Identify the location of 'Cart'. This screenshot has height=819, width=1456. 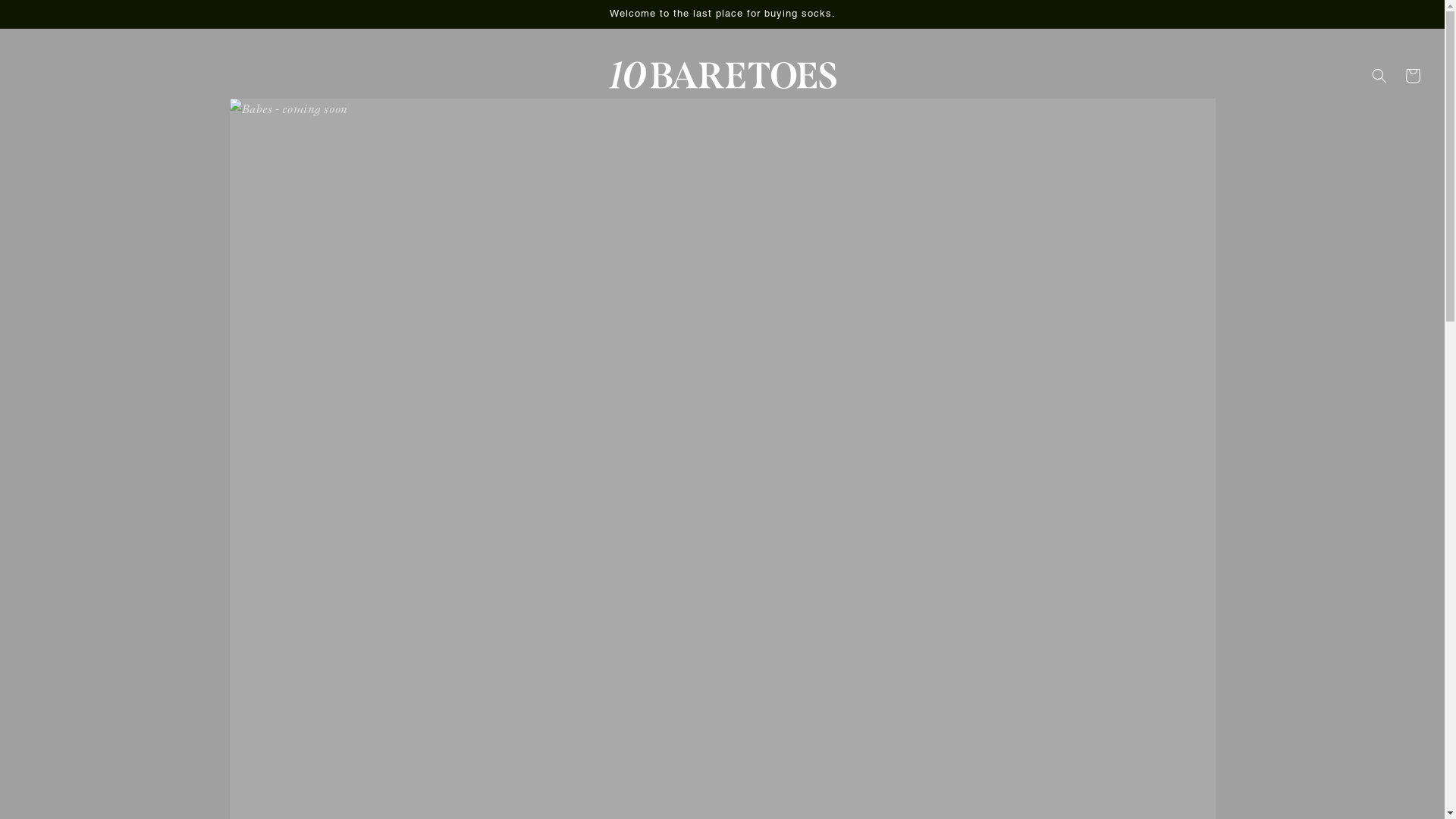
(1395, 76).